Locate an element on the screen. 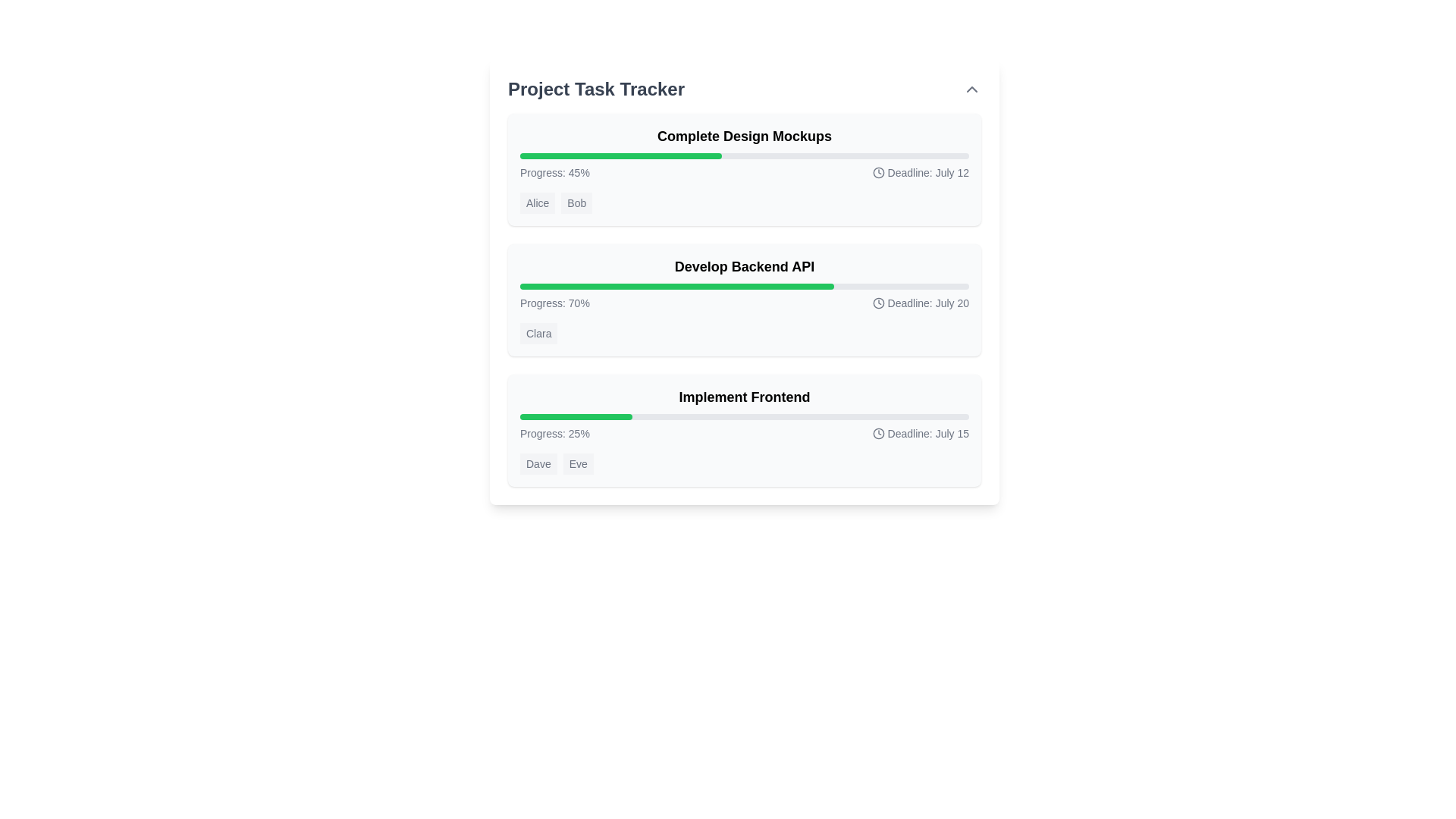 The width and height of the screenshot is (1456, 819). the text label displaying 'Project Task Tracker', which is a large, bold header in dark gray color positioned at the top-left of the interface is located at coordinates (595, 89).